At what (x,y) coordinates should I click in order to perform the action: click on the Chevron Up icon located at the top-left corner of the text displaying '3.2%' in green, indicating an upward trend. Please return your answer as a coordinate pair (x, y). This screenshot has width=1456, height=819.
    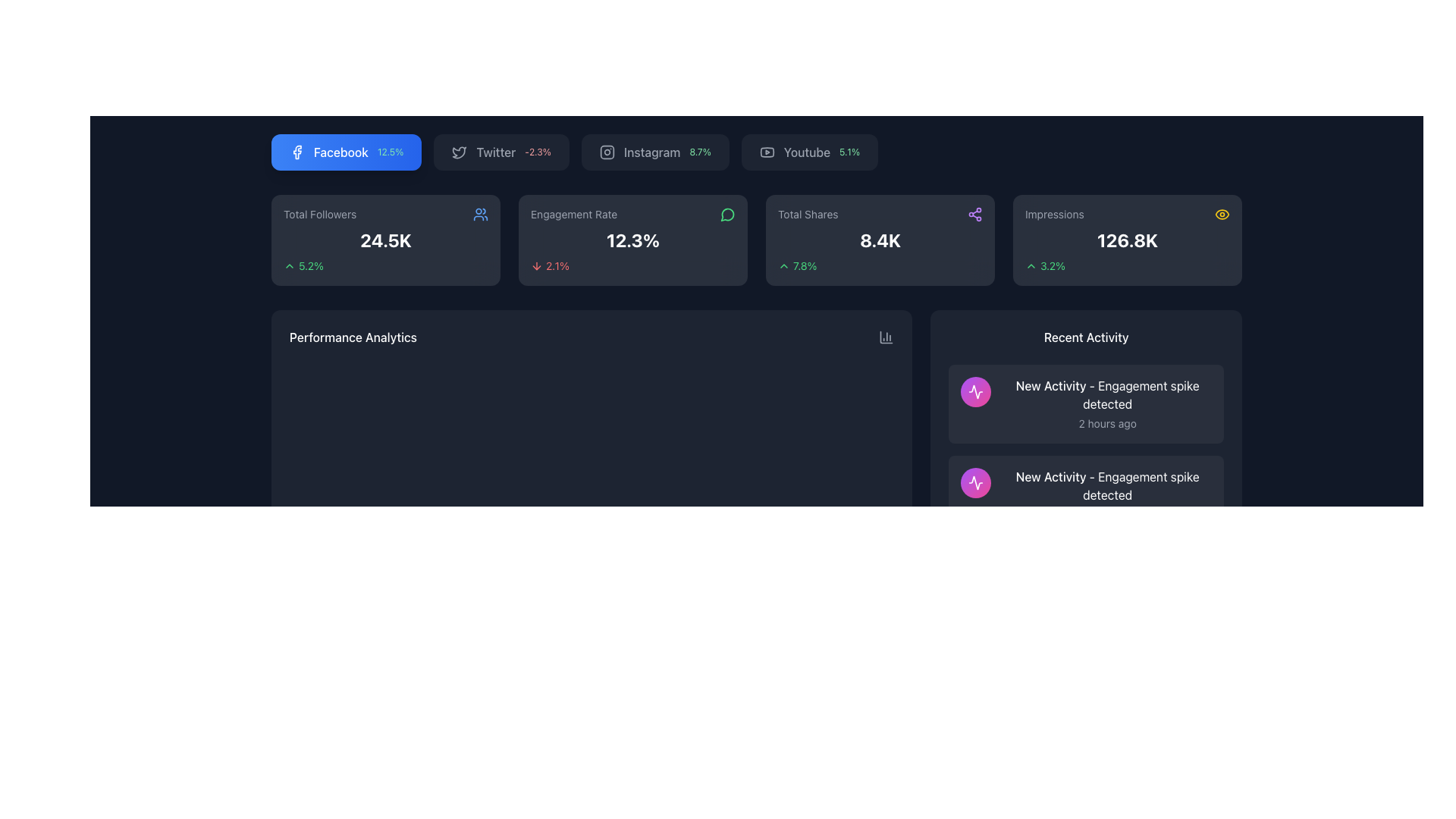
    Looking at the image, I should click on (1031, 265).